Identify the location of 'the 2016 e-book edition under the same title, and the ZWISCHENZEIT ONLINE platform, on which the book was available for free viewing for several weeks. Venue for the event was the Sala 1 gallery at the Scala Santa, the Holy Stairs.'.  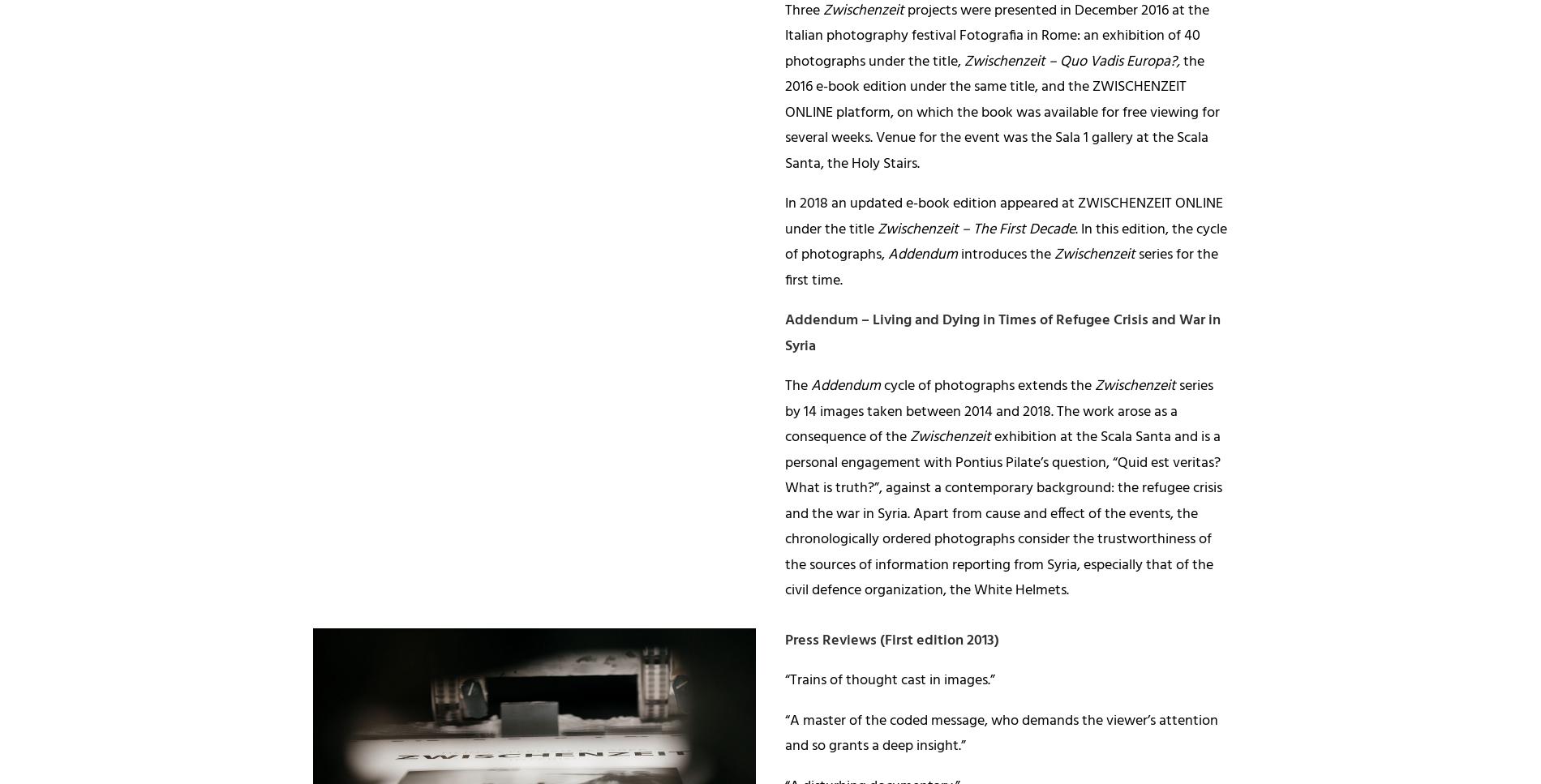
(785, 111).